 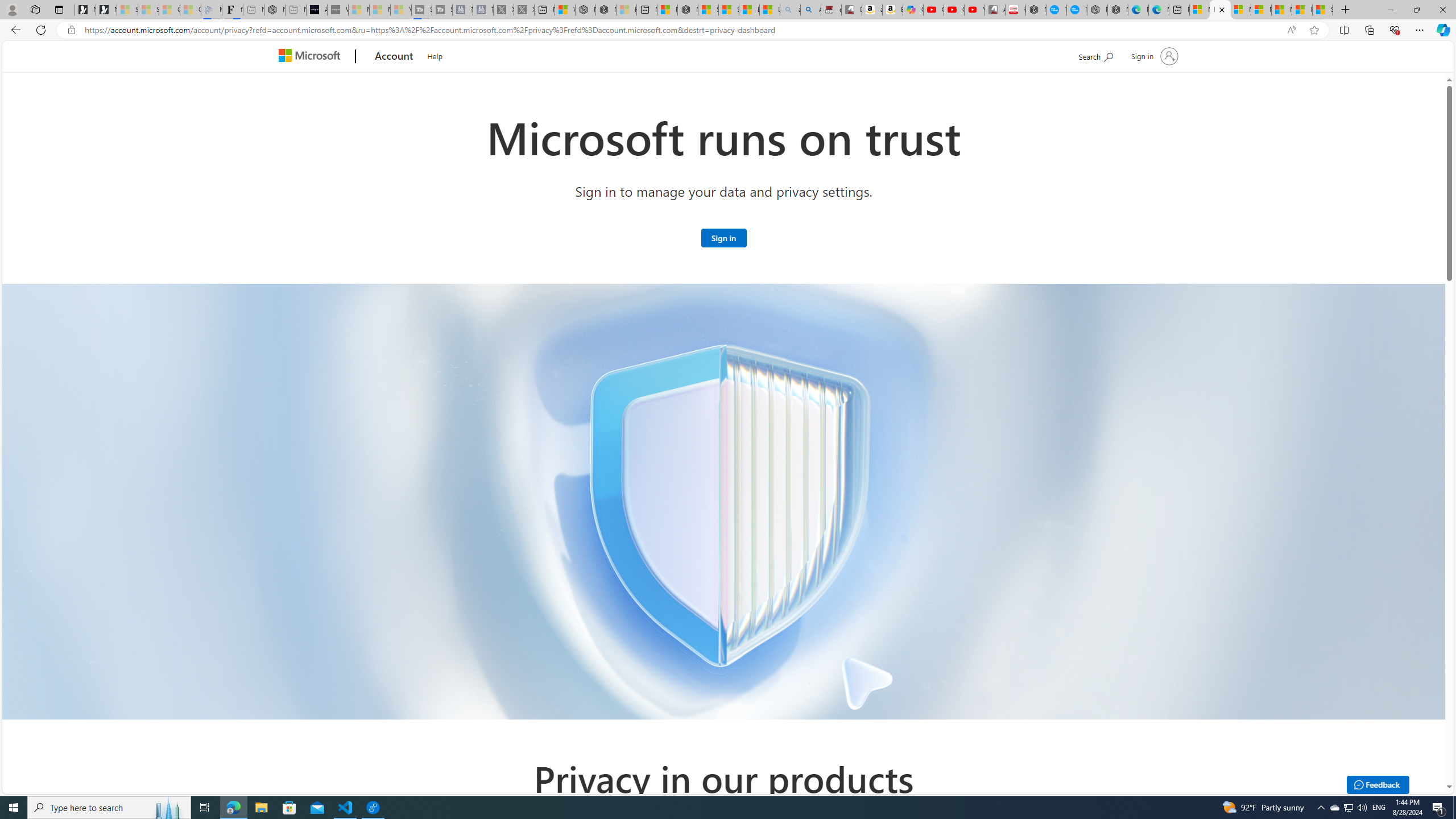 I want to click on 'Nordace - #1 Japanese Best-Seller - Siena Smart Backpack', so click(x=274, y=9).